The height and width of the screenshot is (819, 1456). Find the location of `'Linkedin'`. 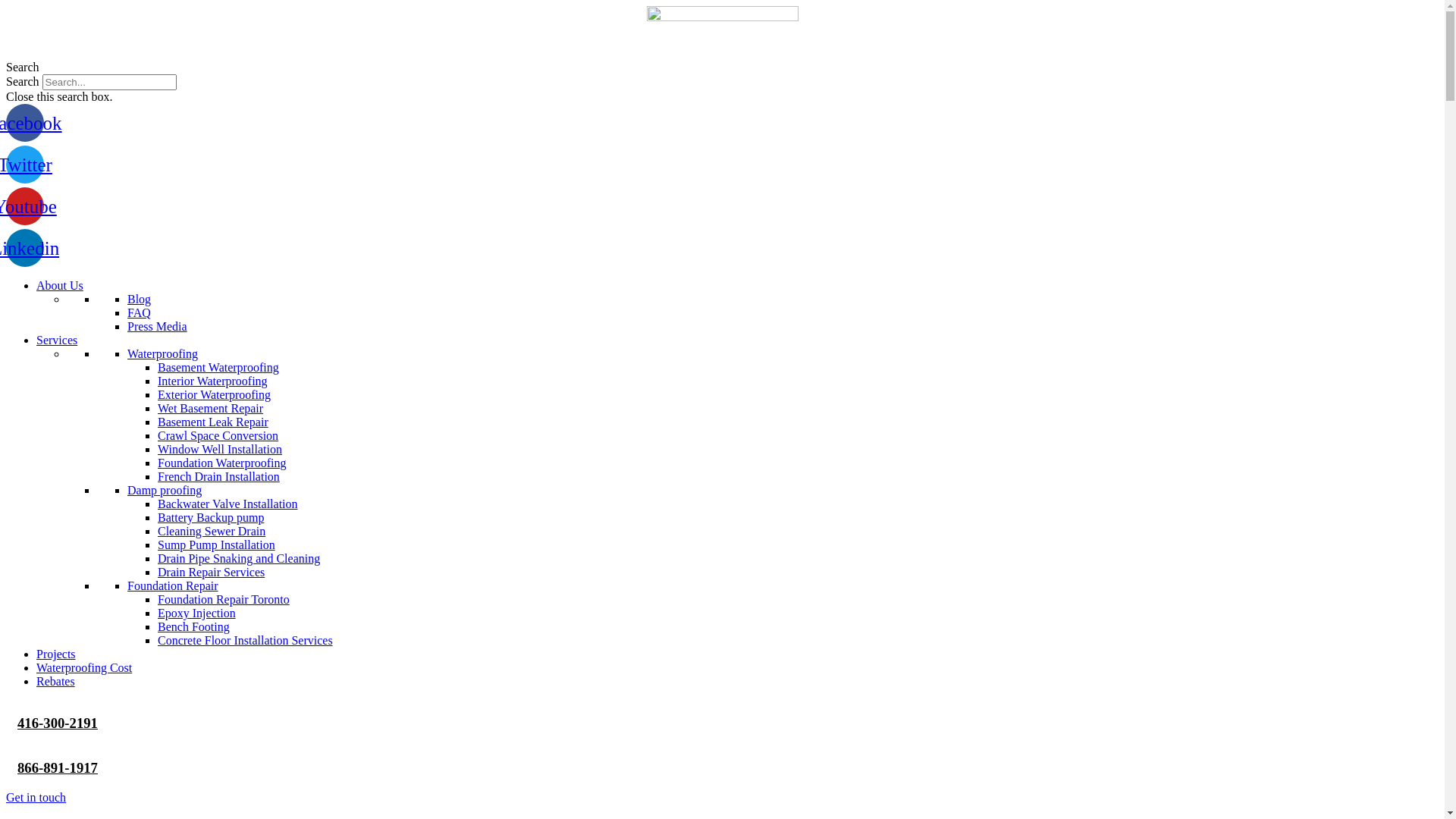

'Linkedin' is located at coordinates (25, 247).